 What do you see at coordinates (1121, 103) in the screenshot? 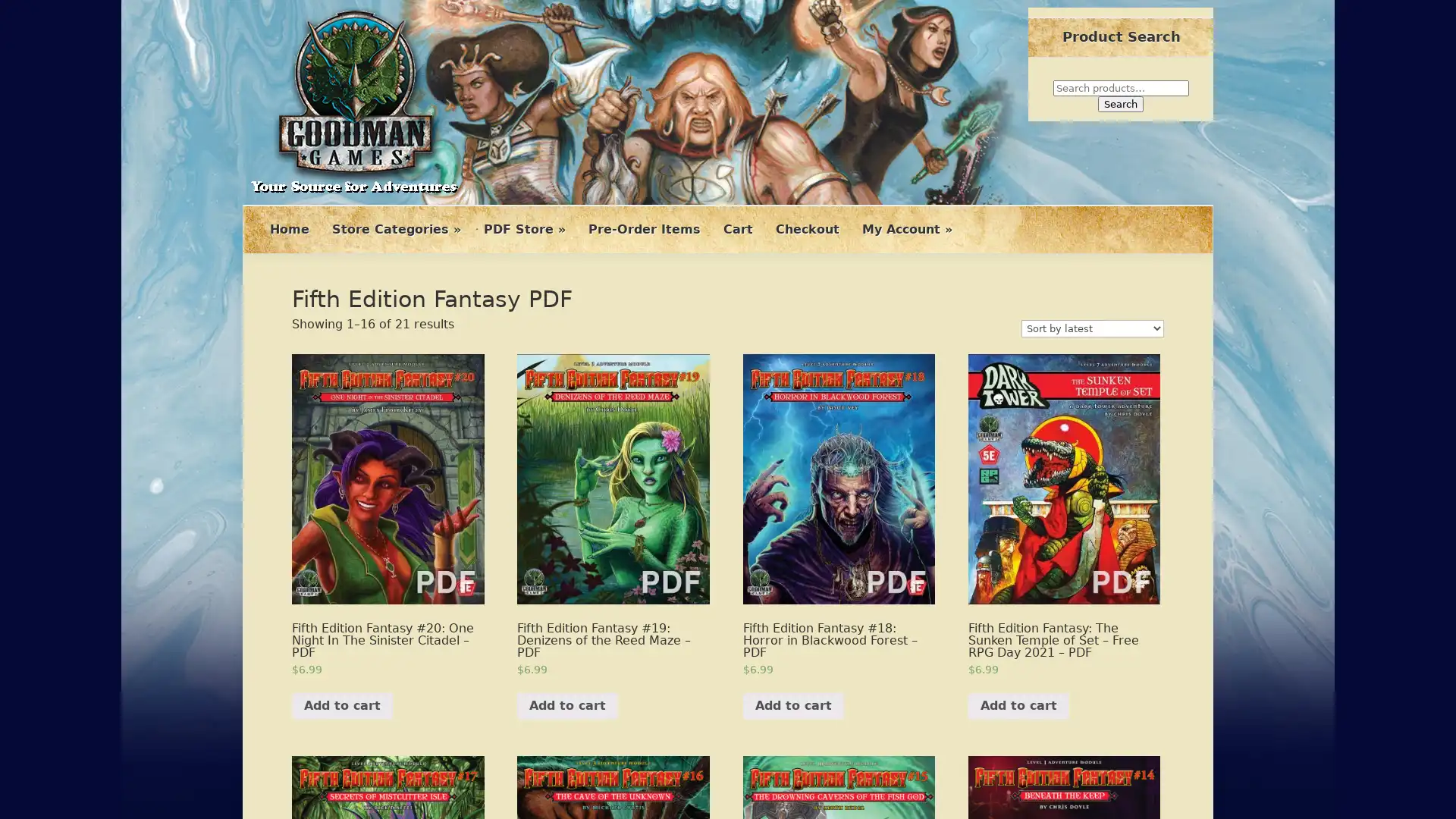
I see `Search` at bounding box center [1121, 103].